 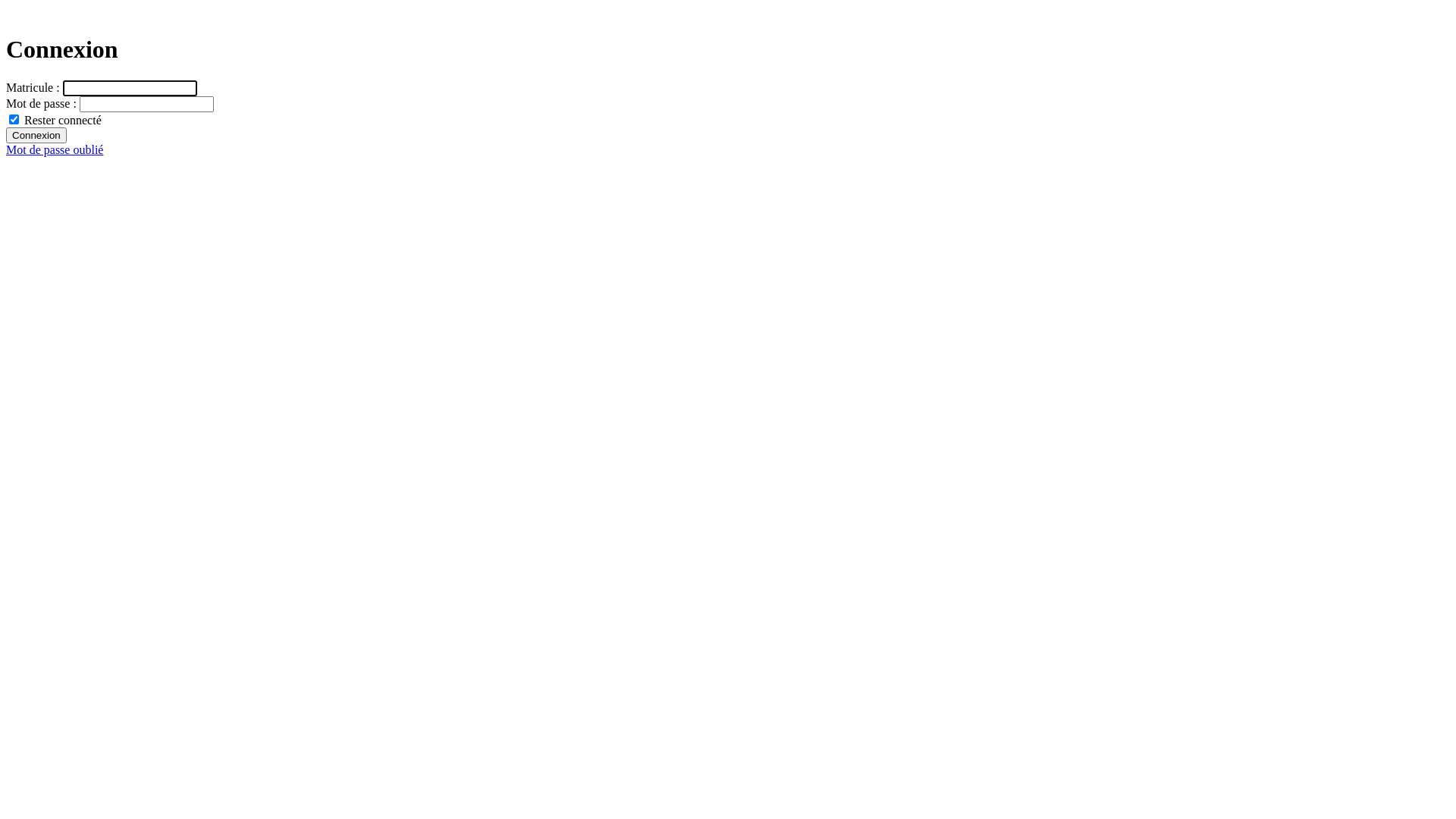 I want to click on 'Connexion', so click(x=36, y=134).